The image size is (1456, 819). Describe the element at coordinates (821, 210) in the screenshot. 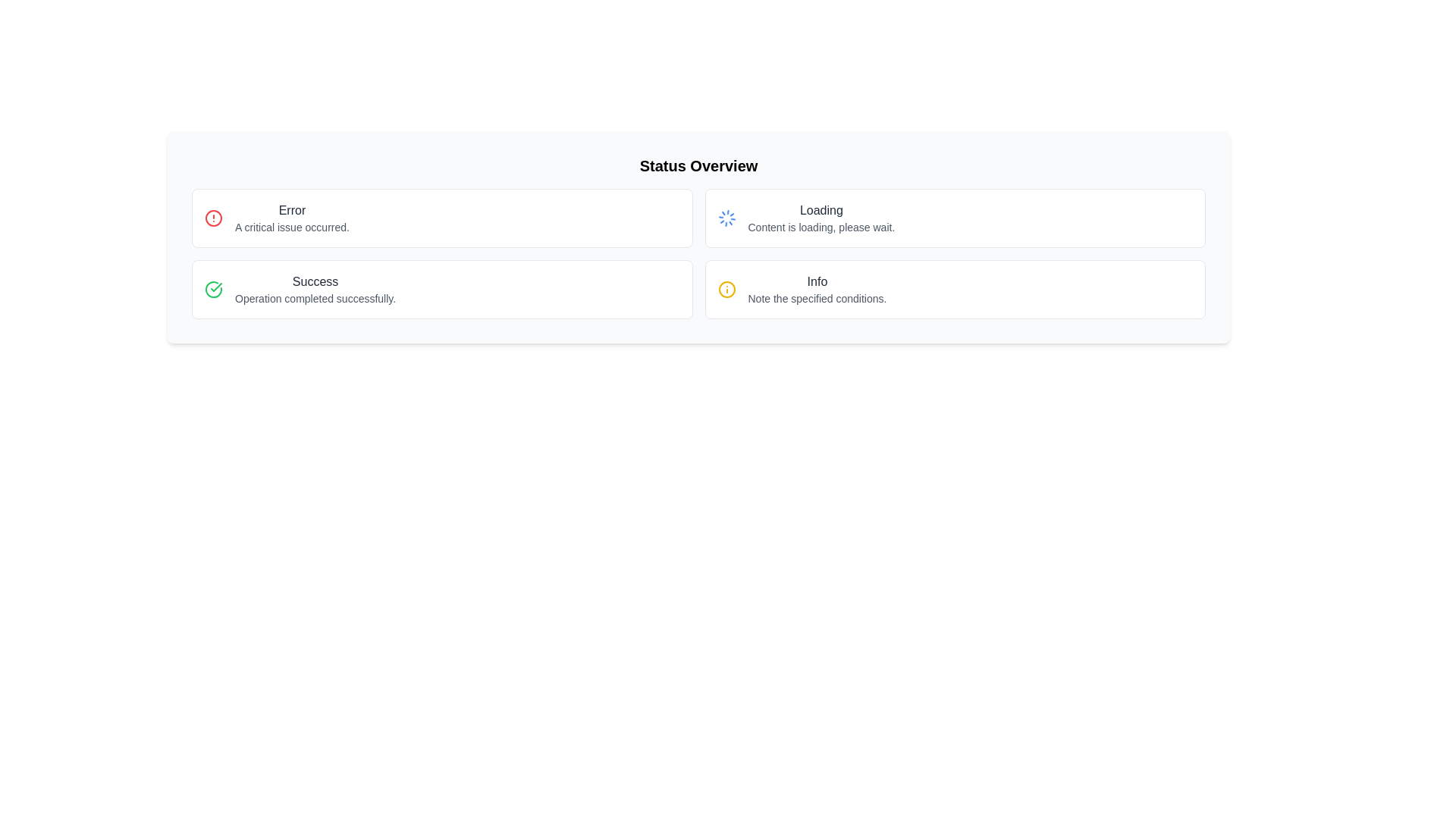

I see `the text label displaying 'Loading' in gray color, located in the top-right region of the main interface, above the subtext 'Content is loading, please wait'` at that location.